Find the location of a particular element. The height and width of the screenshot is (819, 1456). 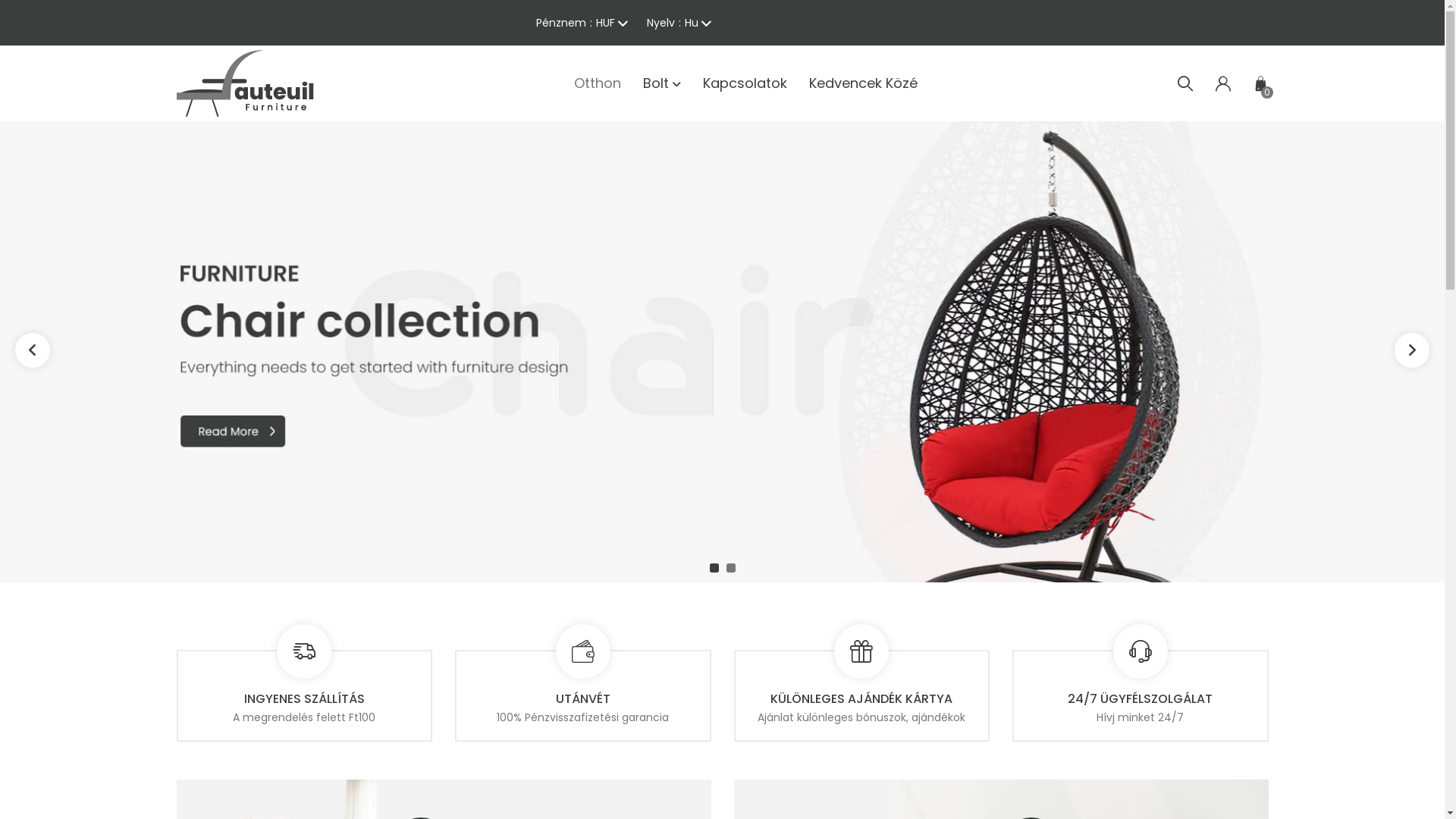

'Otthon' is located at coordinates (596, 83).